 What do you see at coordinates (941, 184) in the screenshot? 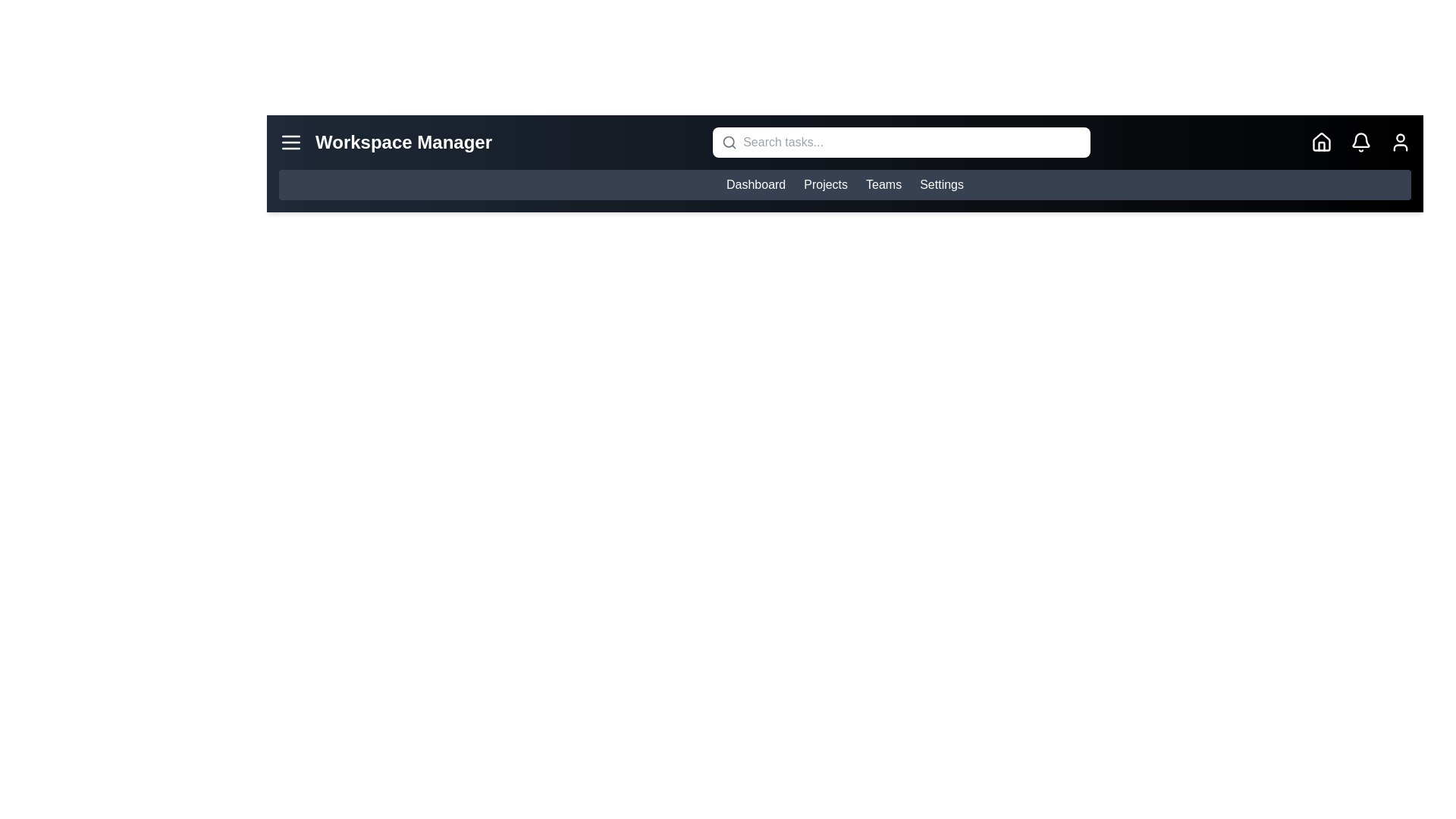
I see `the Settings link to navigate to the corresponding section` at bounding box center [941, 184].